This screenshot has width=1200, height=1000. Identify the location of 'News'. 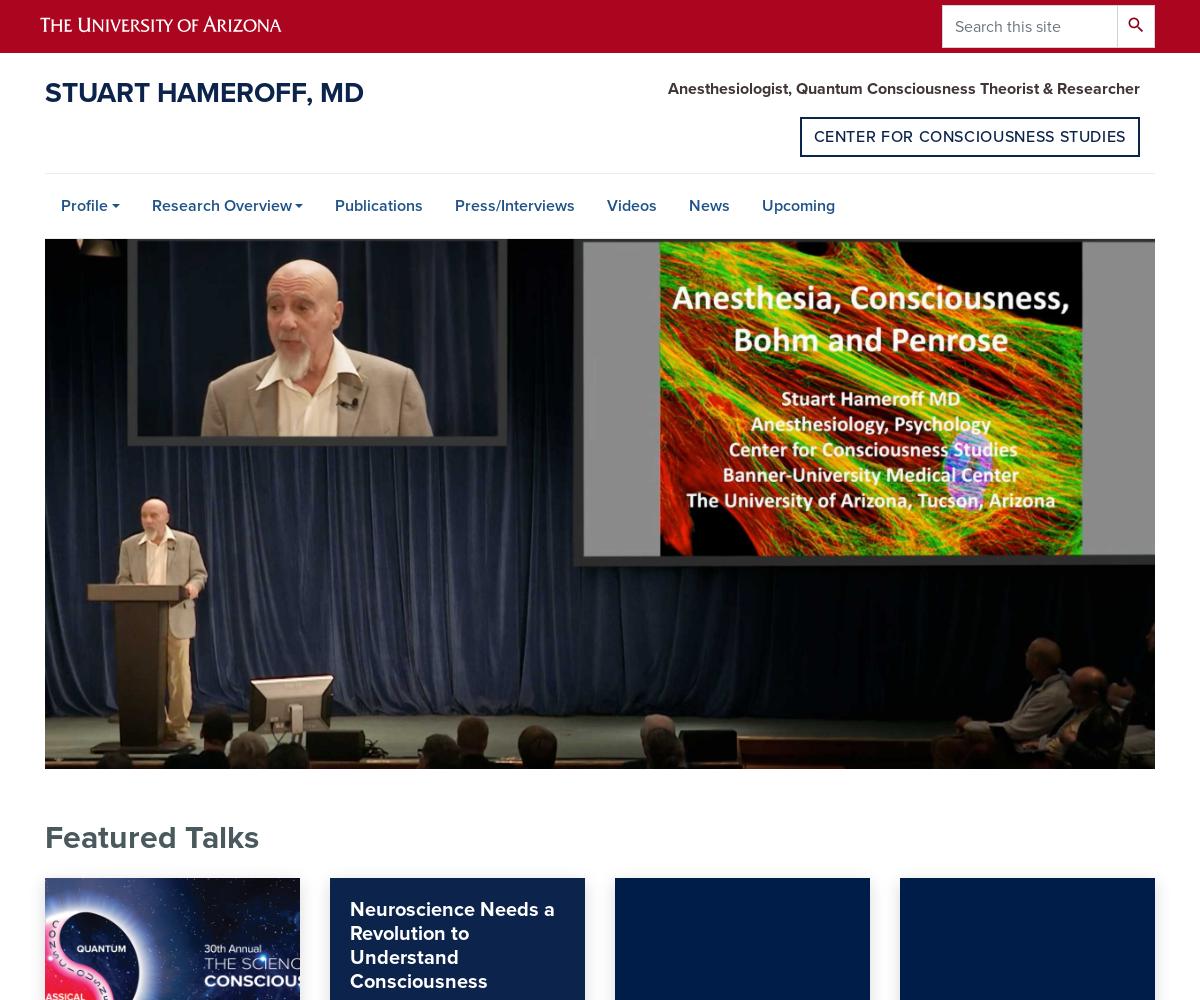
(709, 205).